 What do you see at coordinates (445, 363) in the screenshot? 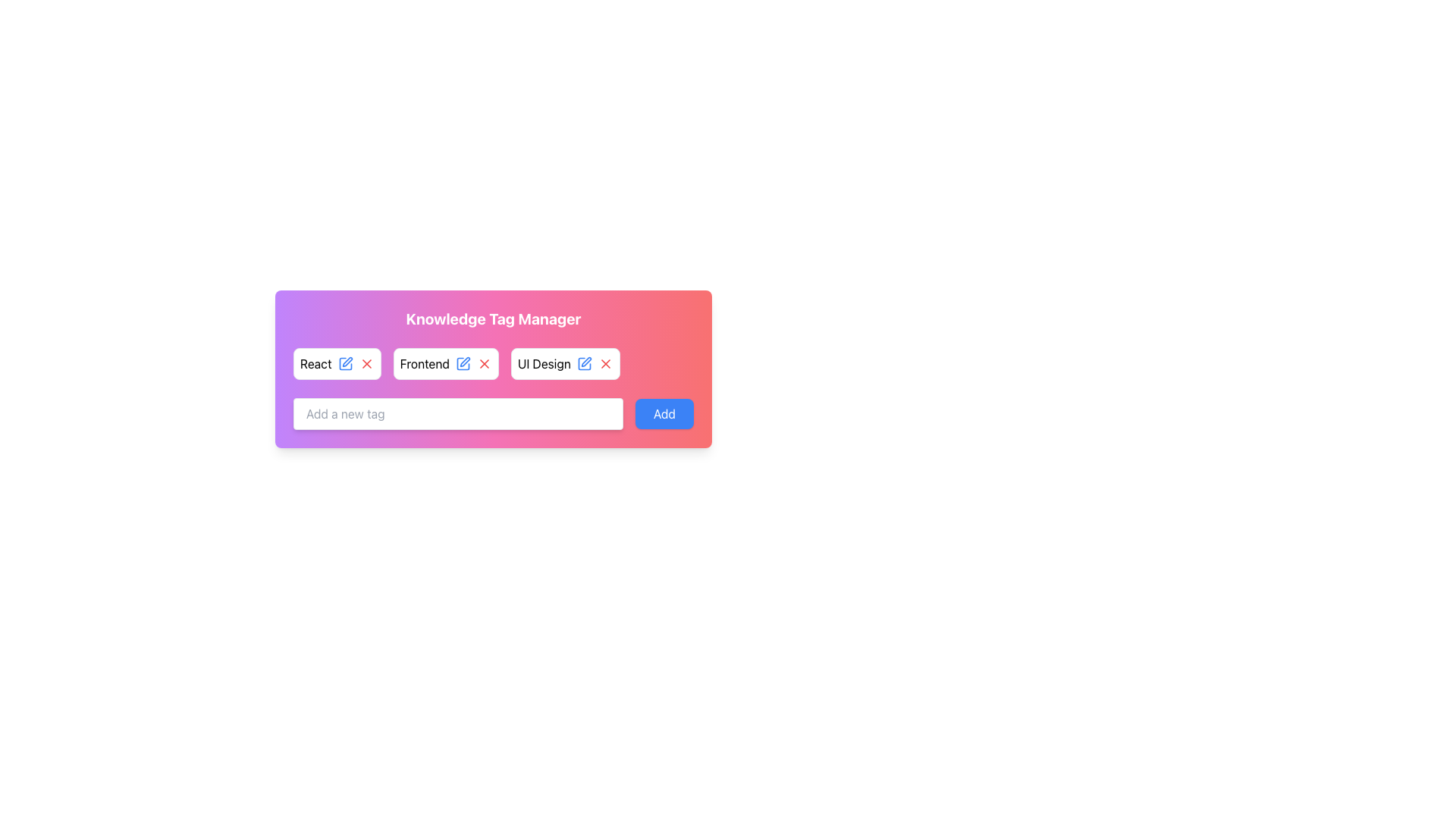
I see `the edit icon on the 'Frontend' tag label to modify the tag` at bounding box center [445, 363].